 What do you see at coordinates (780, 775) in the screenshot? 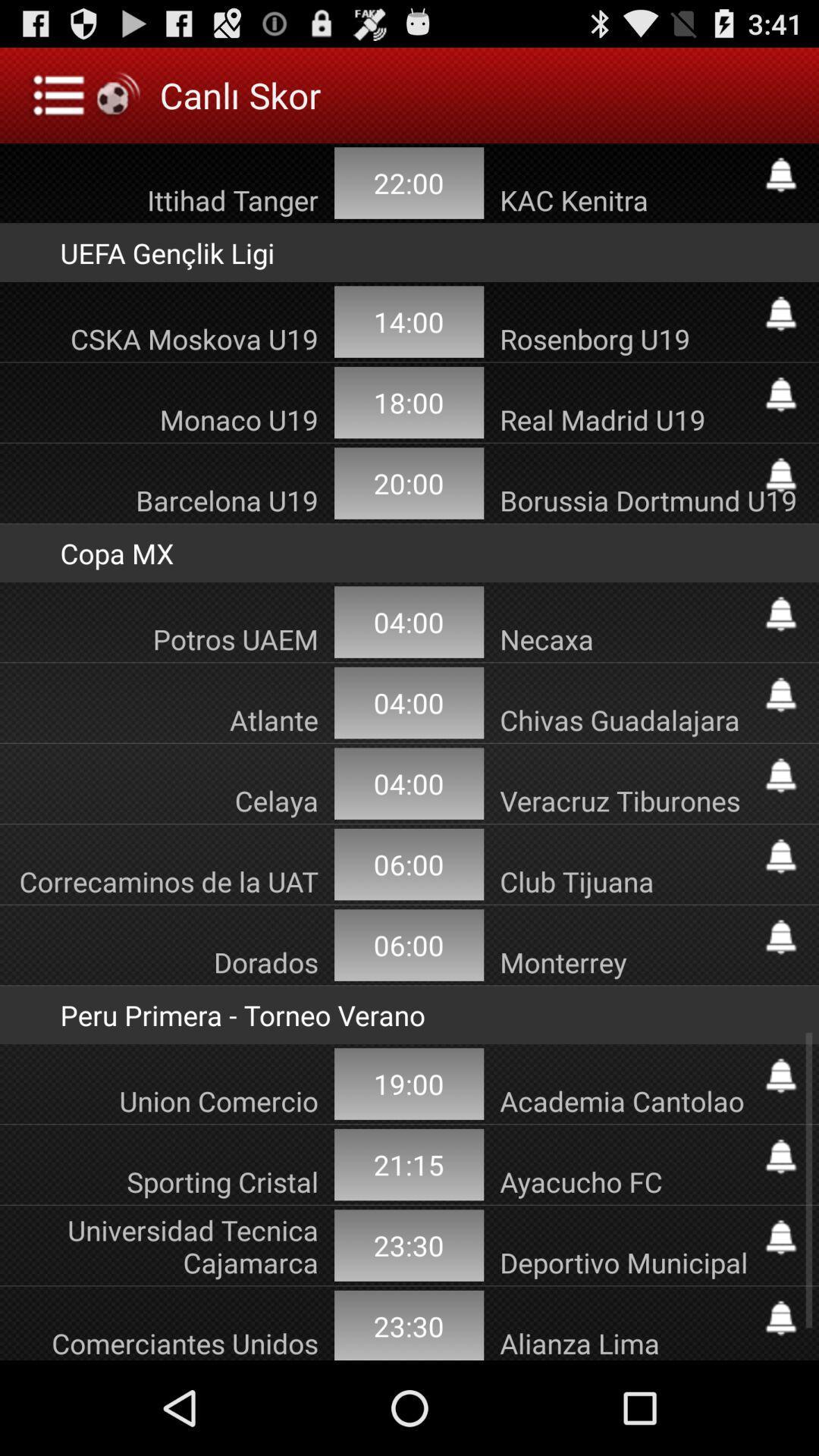
I see `notification option` at bounding box center [780, 775].